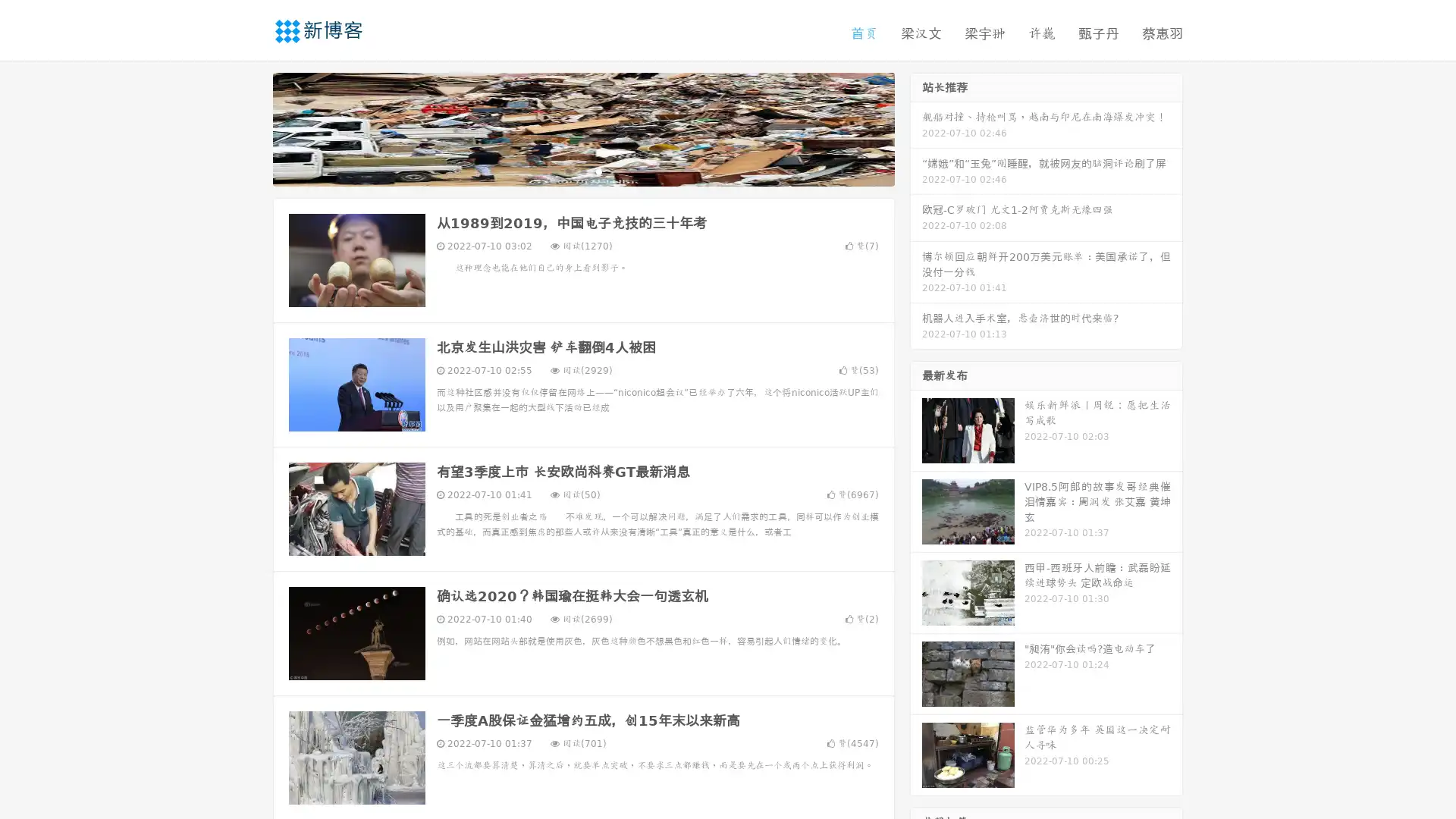 The image size is (1456, 819). What do you see at coordinates (916, 127) in the screenshot?
I see `Next slide` at bounding box center [916, 127].